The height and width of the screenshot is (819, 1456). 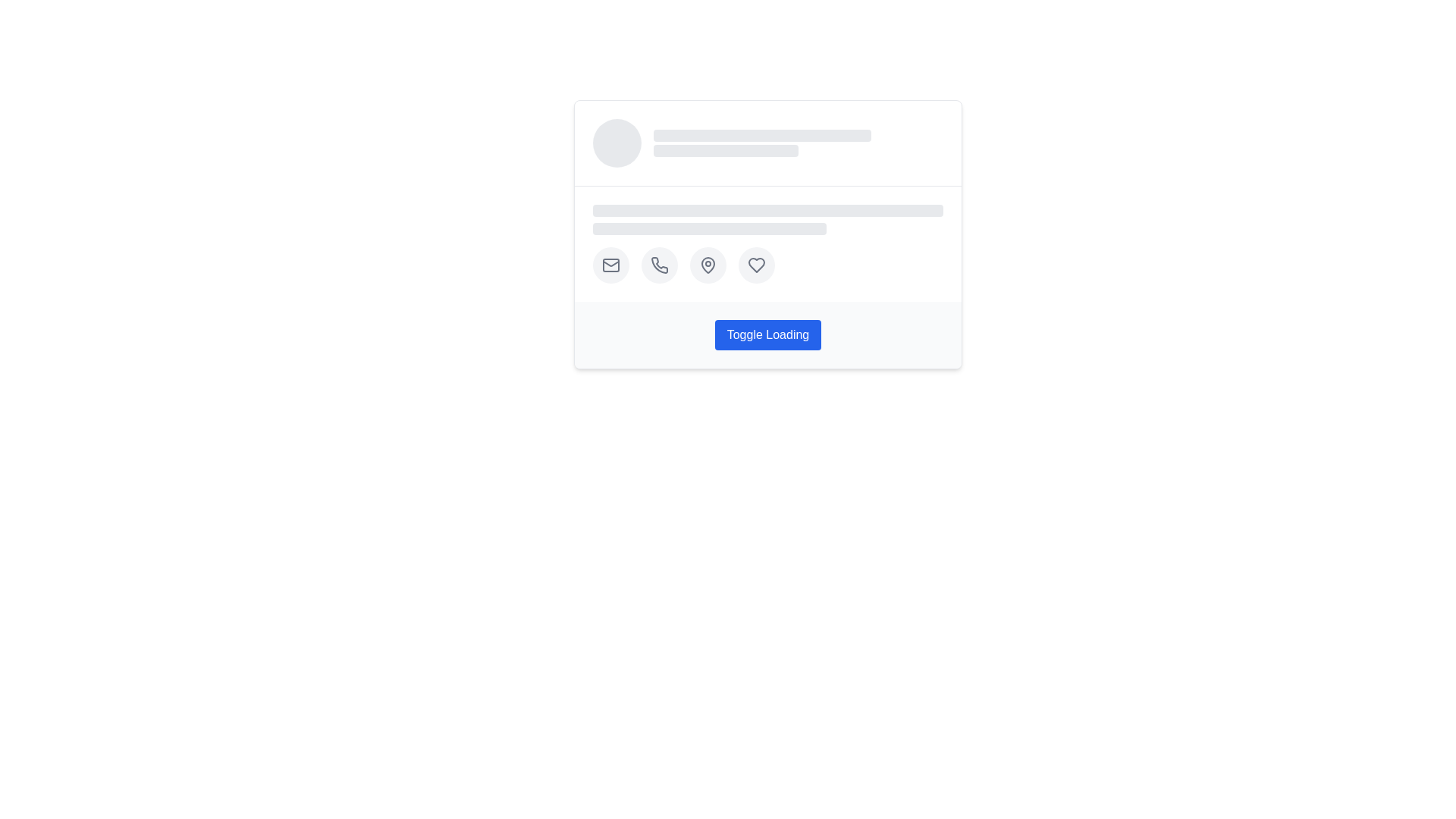 I want to click on the first icon in the horizontal row of circular buttons representing an email-related action, so click(x=611, y=265).